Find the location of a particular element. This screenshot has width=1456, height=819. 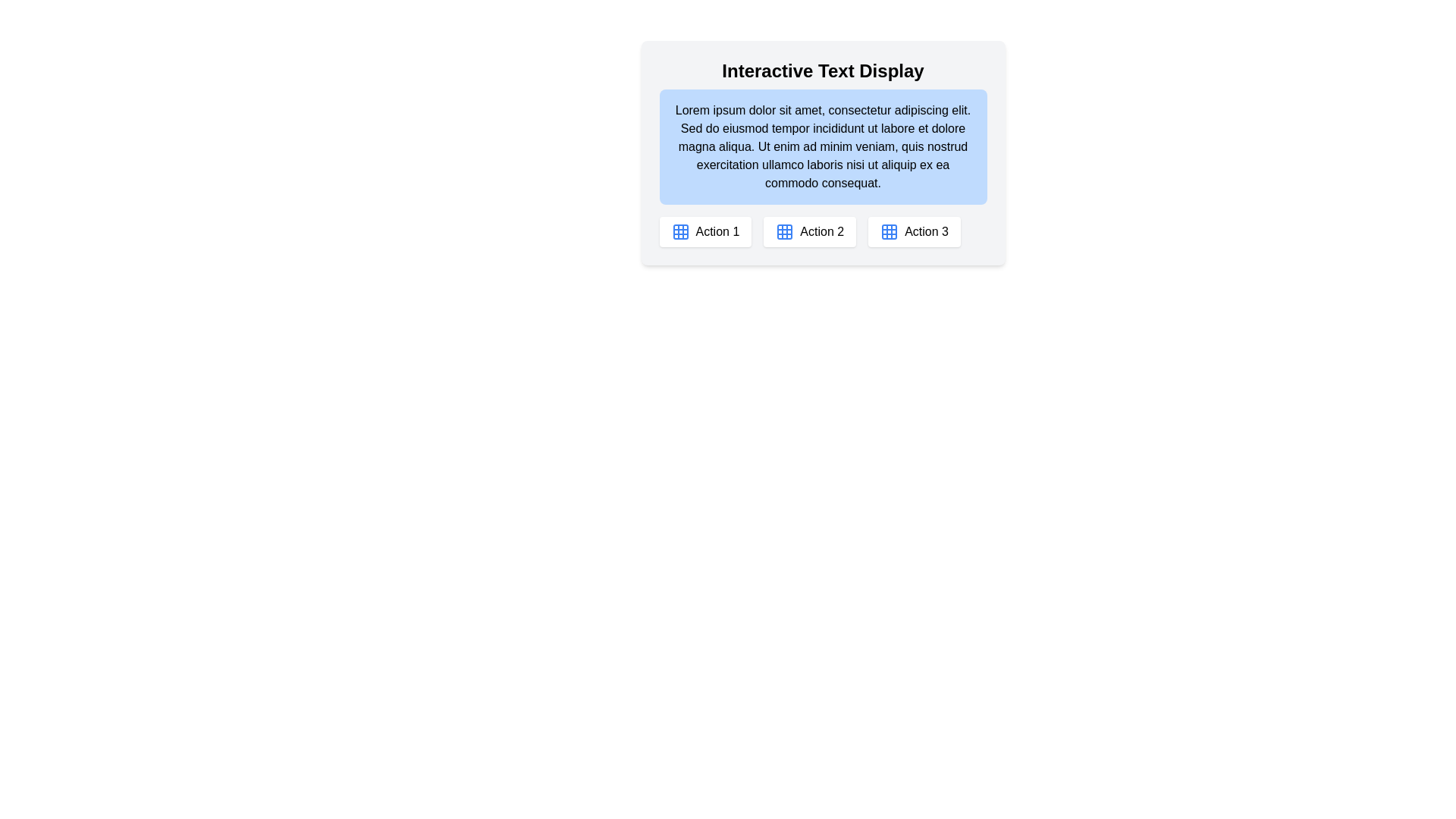

the centered square component in the grid structure that visually represents the grid pattern is located at coordinates (890, 231).